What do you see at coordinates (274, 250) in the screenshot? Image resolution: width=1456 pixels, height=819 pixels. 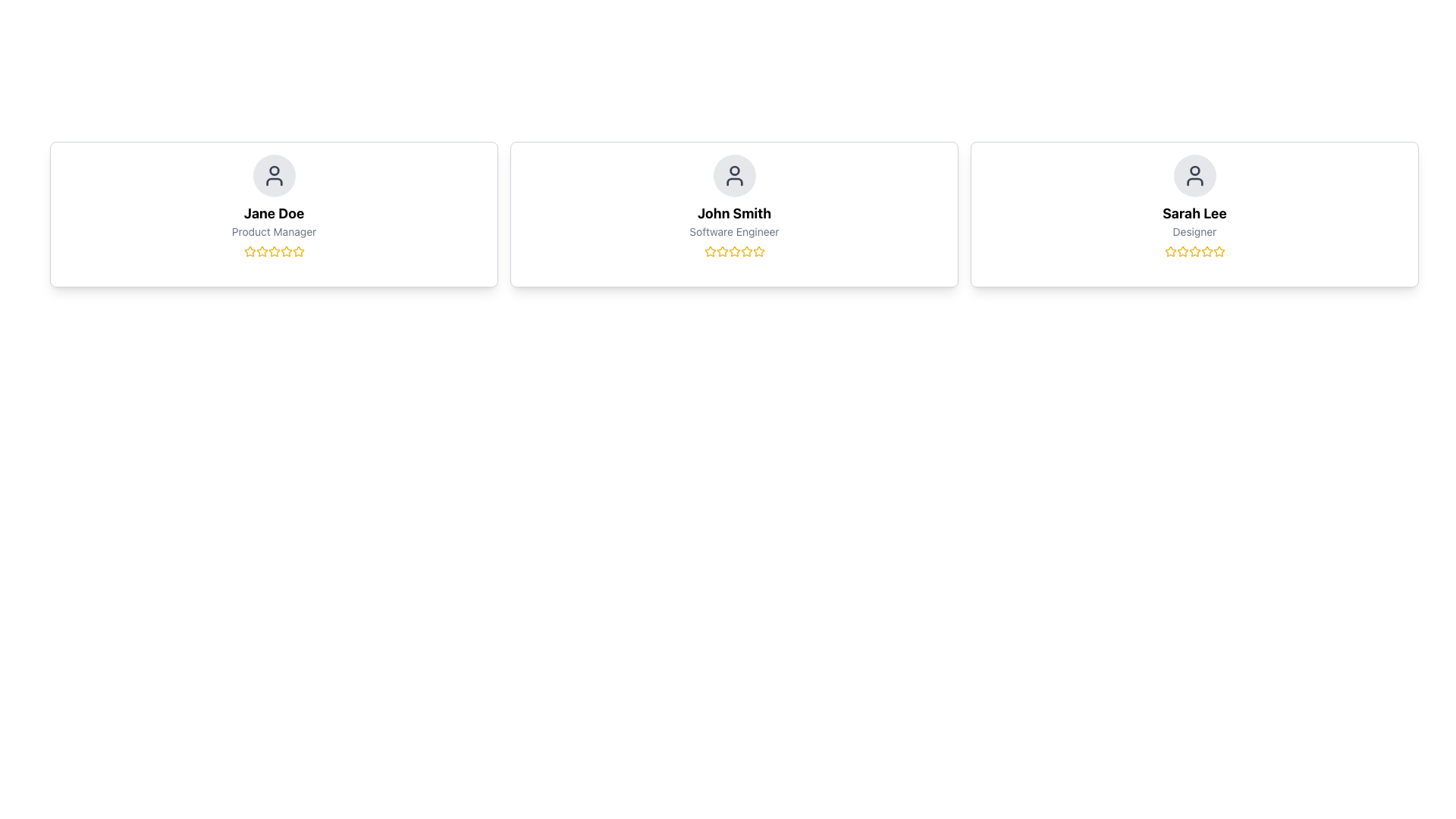 I see `the second star icon in the rating system, which is filled with yellow color` at bounding box center [274, 250].